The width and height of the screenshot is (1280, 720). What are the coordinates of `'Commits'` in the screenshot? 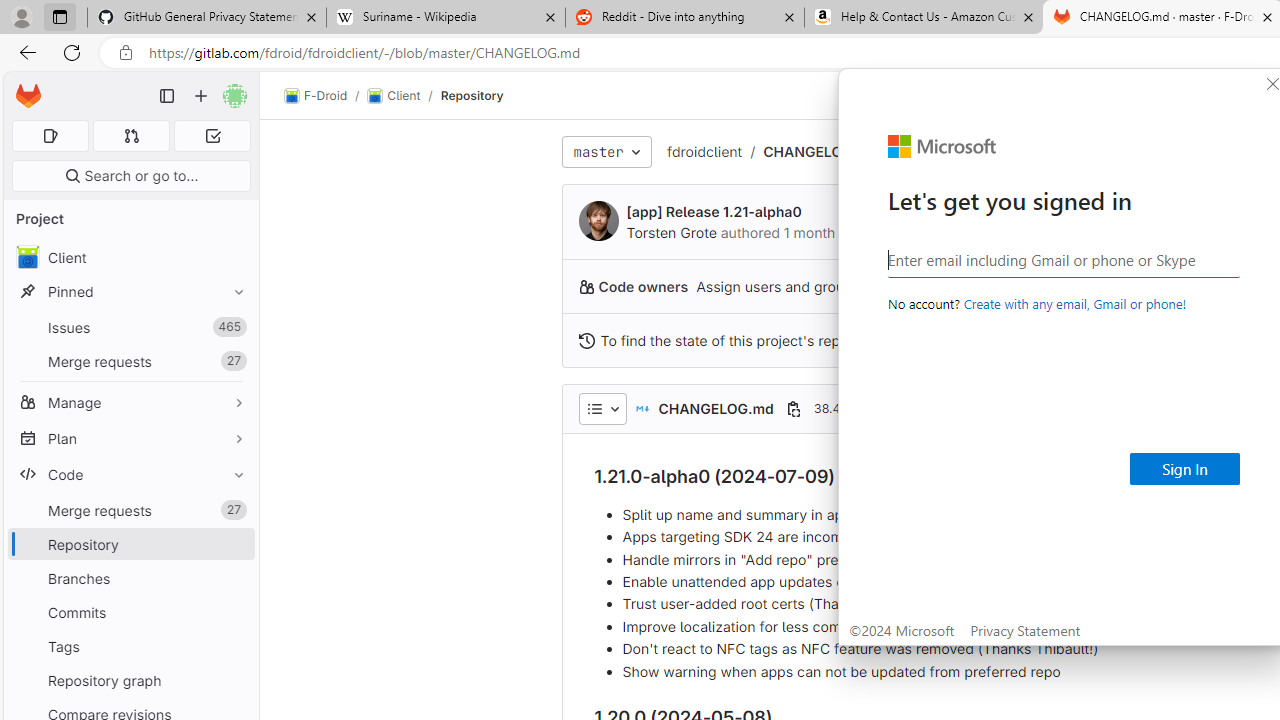 It's located at (130, 611).